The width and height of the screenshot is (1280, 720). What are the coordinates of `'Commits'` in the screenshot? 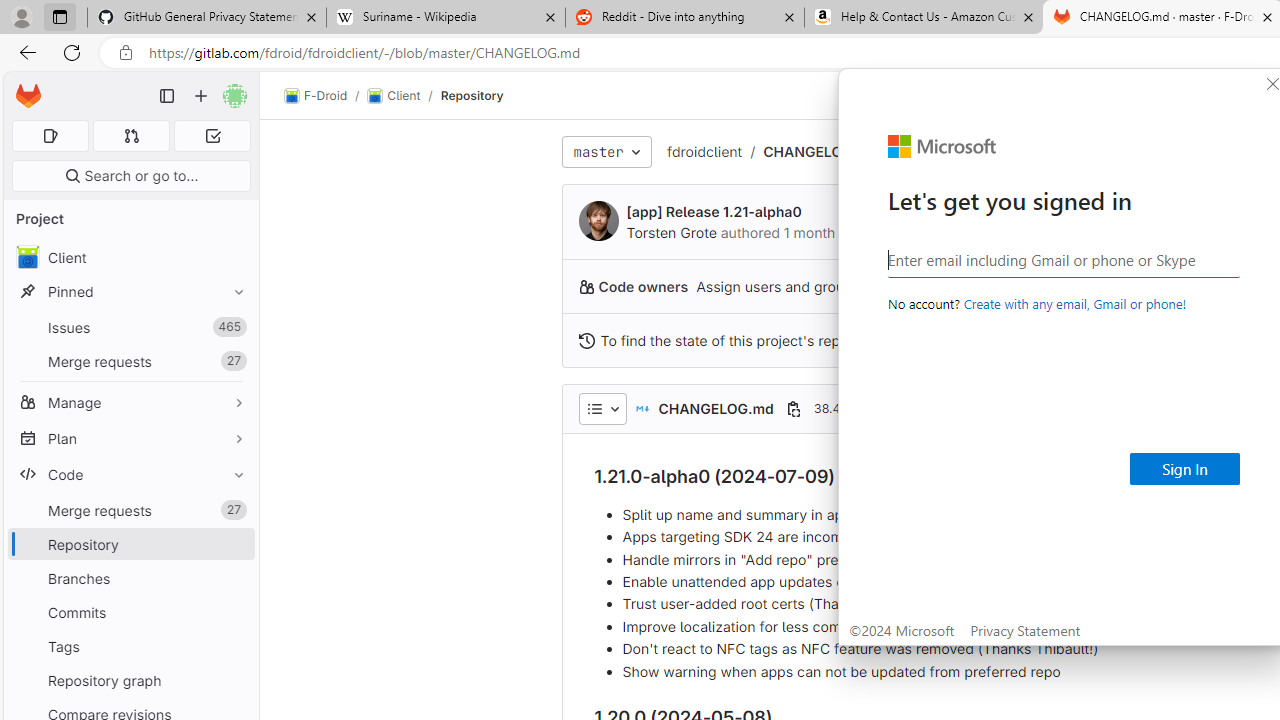 It's located at (130, 611).